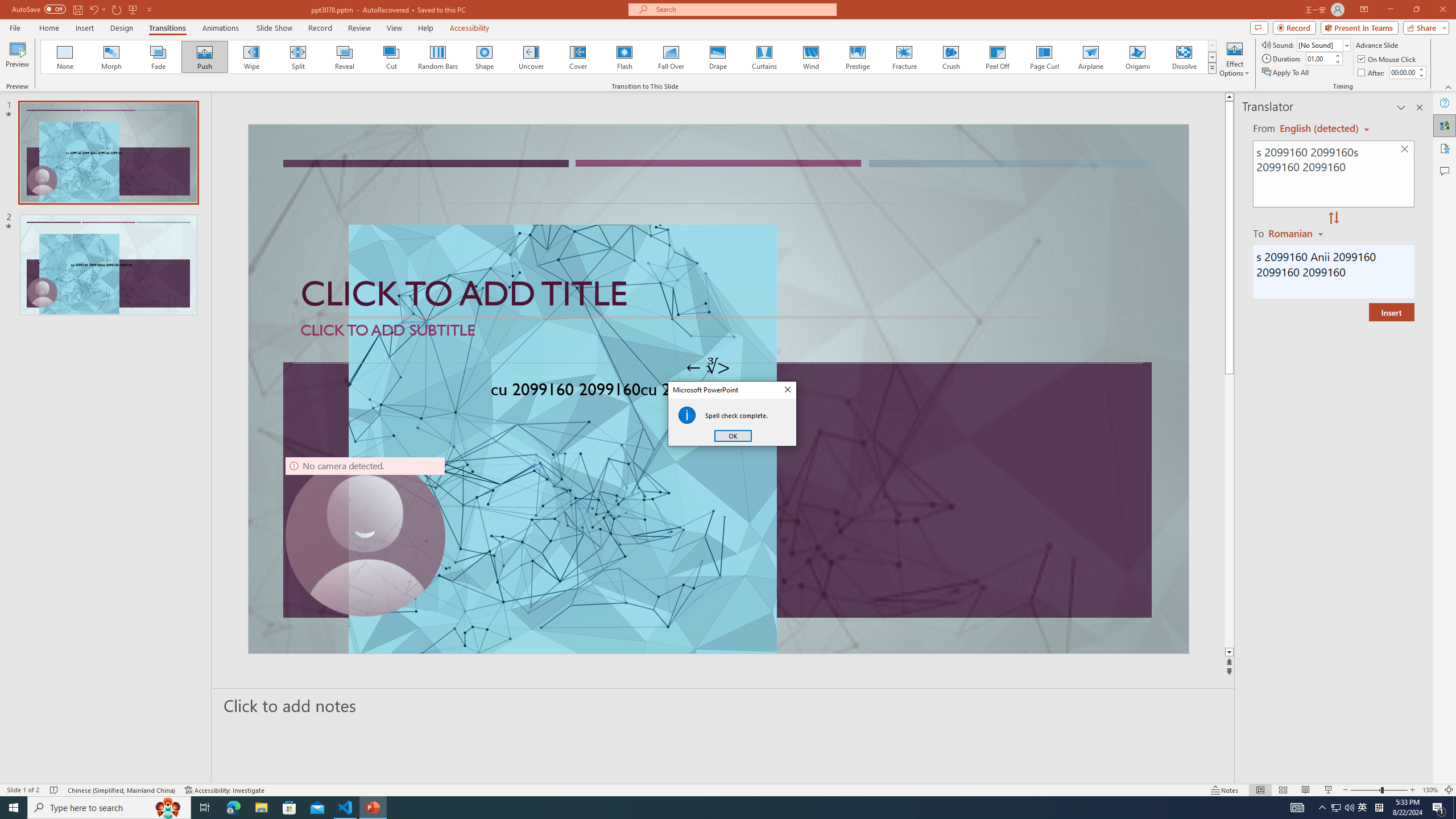 The image size is (1456, 819). I want to click on 'Wind', so click(810, 56).